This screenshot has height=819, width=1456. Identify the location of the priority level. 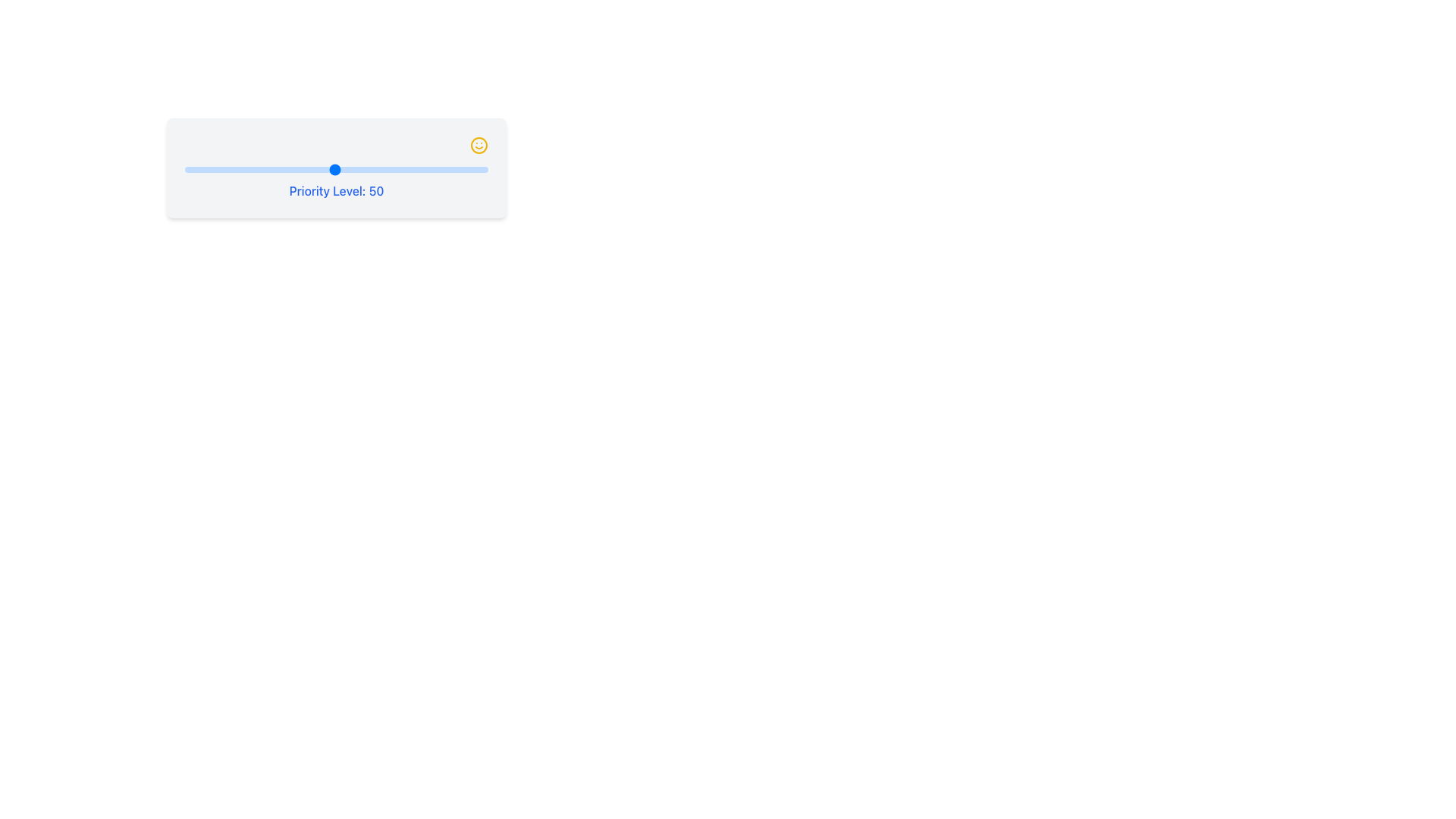
(353, 169).